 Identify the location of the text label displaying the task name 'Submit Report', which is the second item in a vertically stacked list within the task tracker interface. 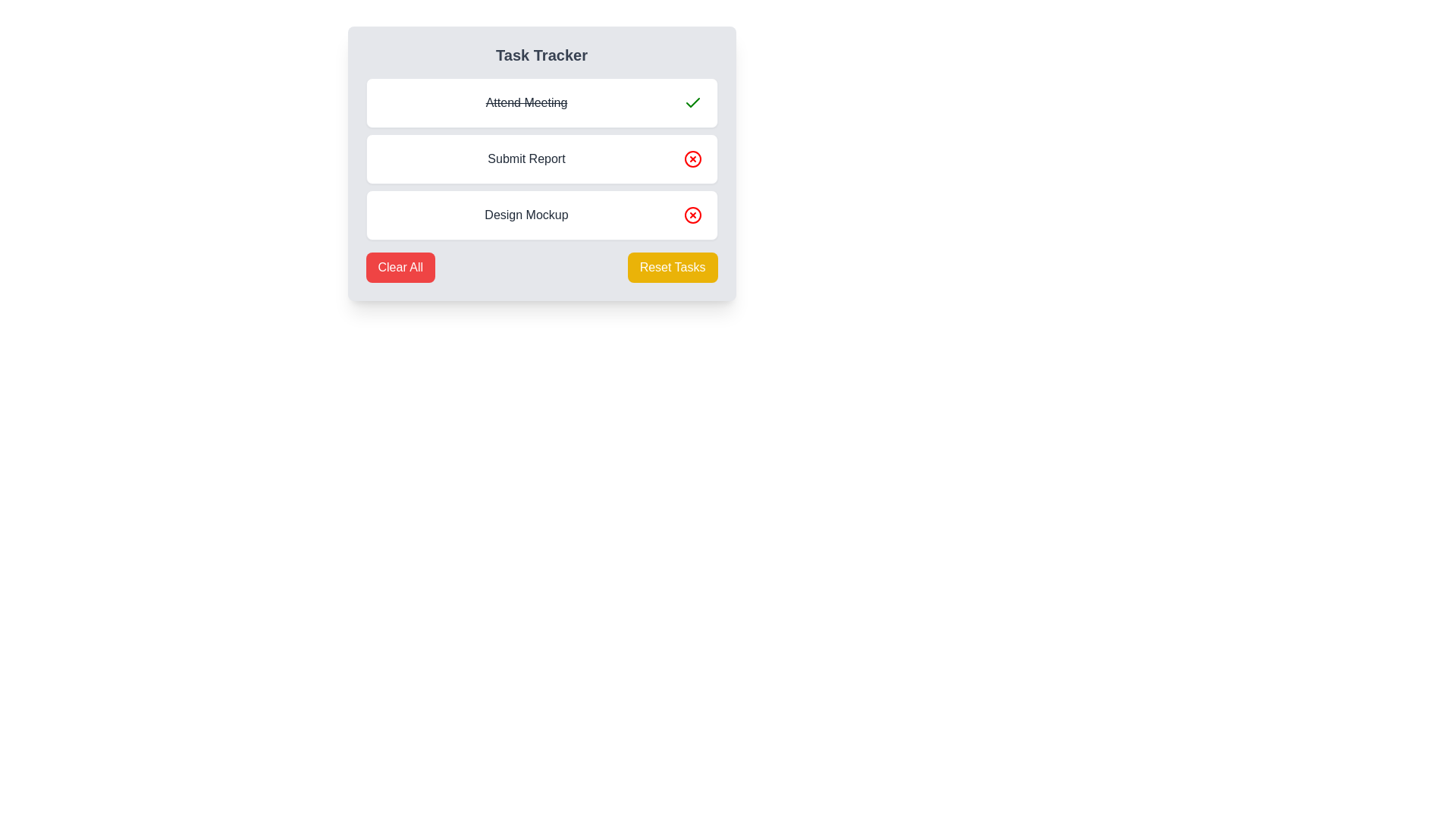
(526, 158).